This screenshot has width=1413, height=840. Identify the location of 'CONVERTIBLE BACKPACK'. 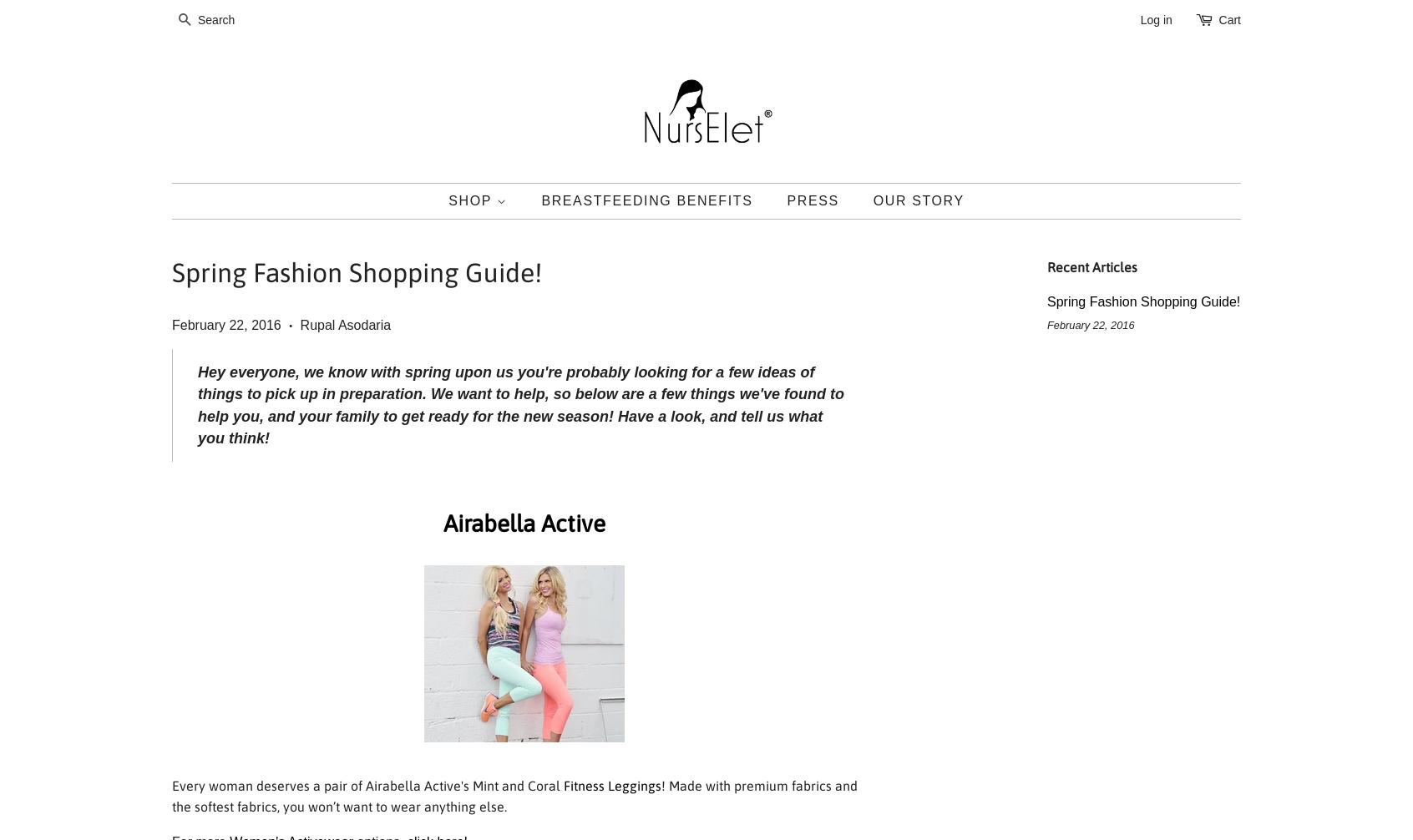
(534, 325).